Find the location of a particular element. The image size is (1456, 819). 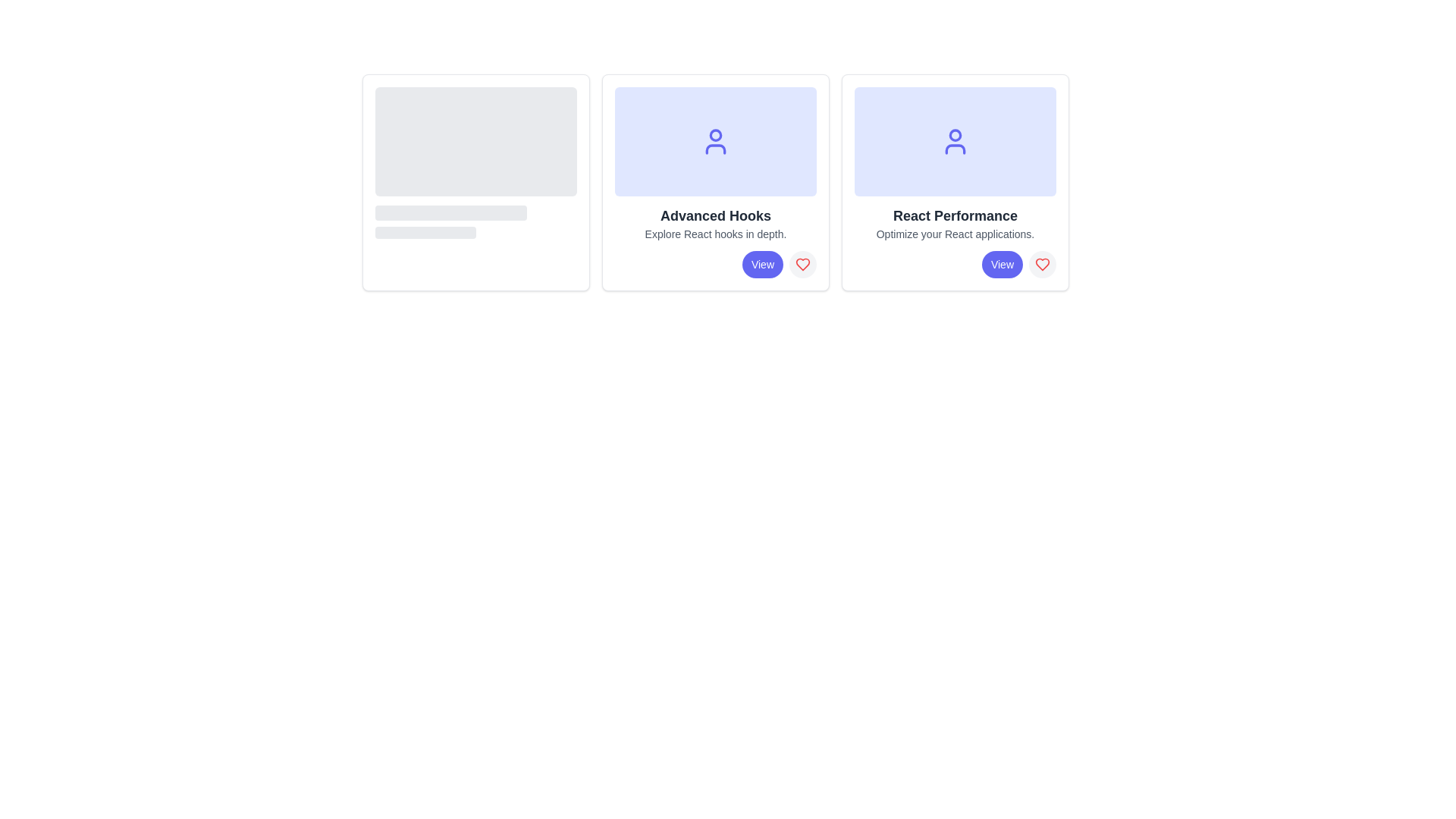

the 'favorite' icon located in the bottom right corner of the 'Advanced Hooks' card is located at coordinates (802, 263).